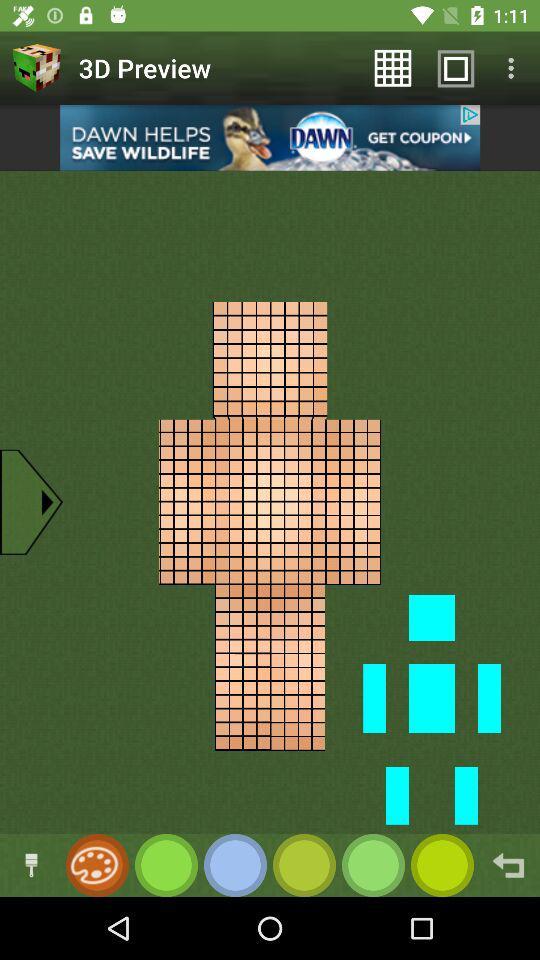 The image size is (540, 960). I want to click on open the color selection, so click(93, 864).